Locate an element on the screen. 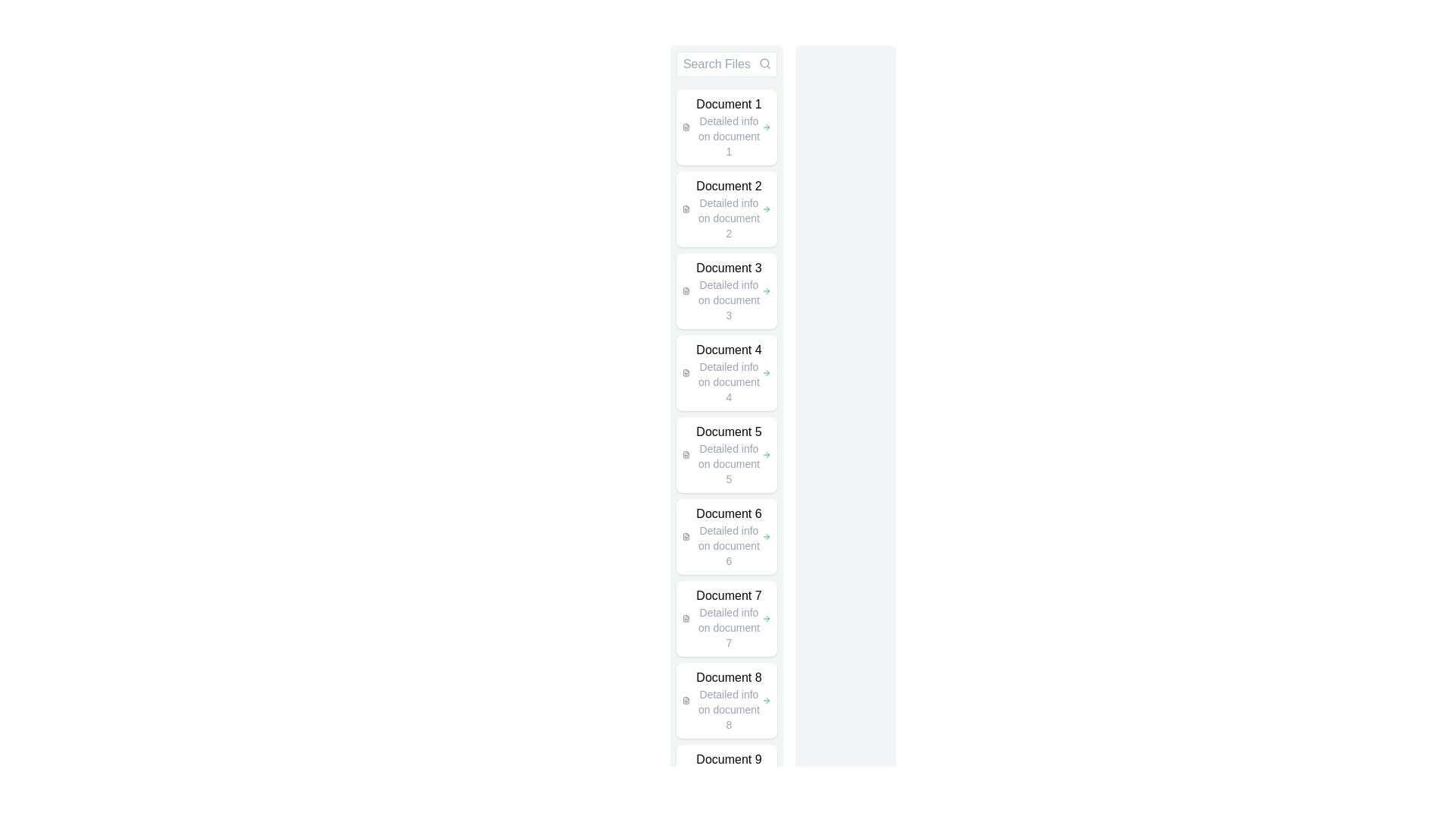 This screenshot has height=819, width=1456. the icon representing 'Document 7' located in the left portion of its row is located at coordinates (685, 619).